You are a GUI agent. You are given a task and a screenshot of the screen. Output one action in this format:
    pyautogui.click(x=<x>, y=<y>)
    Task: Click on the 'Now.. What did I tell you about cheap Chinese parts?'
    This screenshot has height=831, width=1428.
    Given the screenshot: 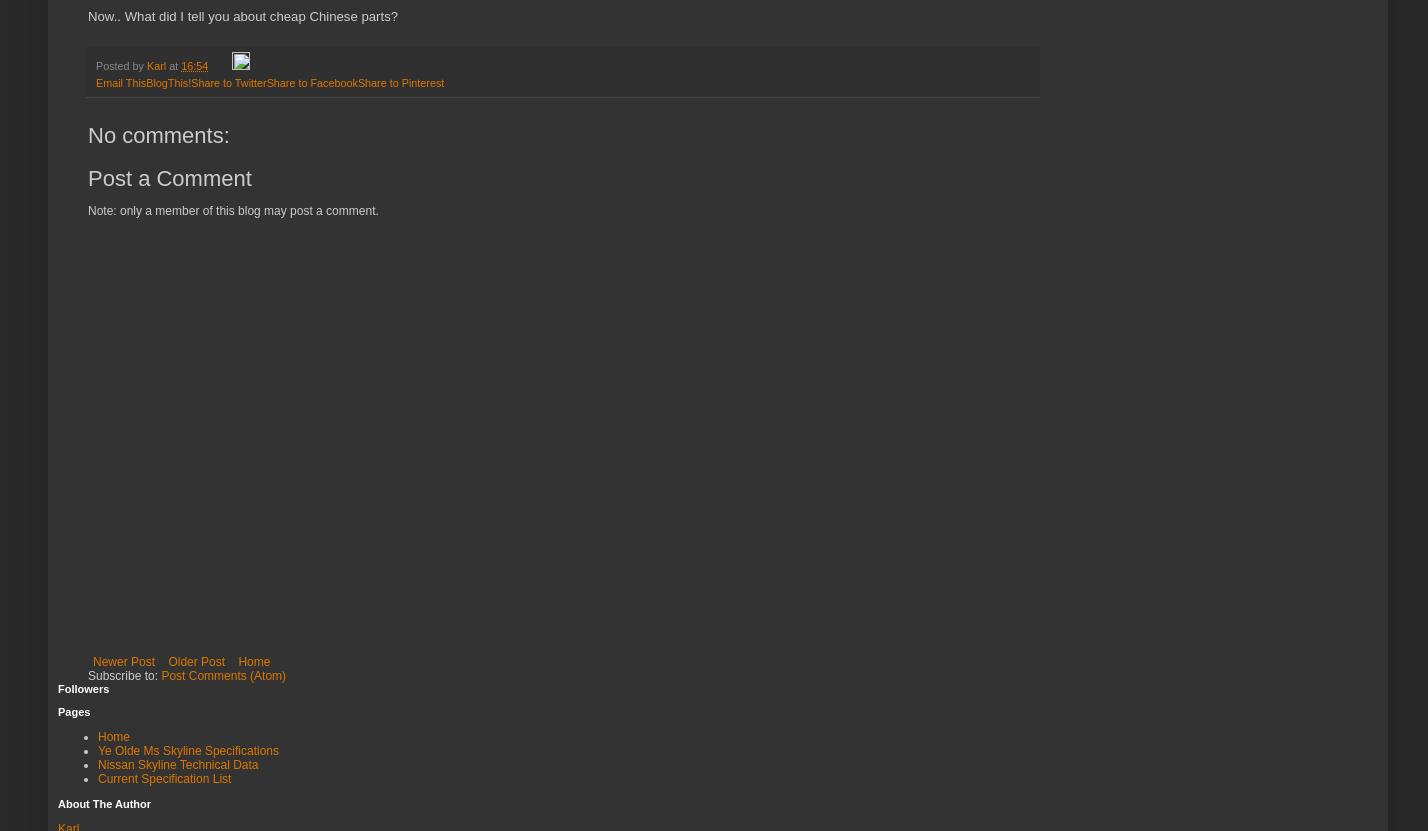 What is the action you would take?
    pyautogui.click(x=243, y=16)
    